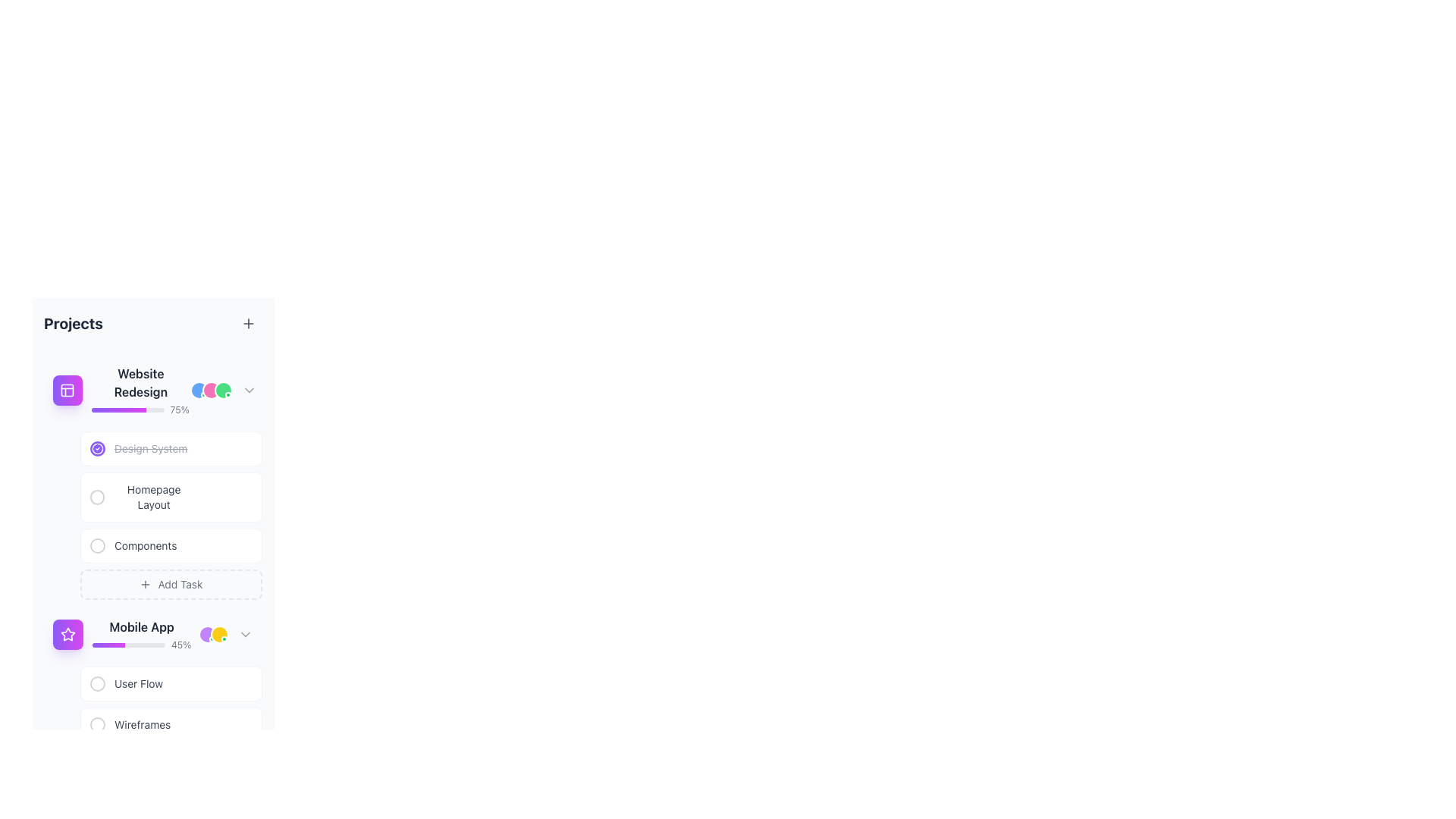 The width and height of the screenshot is (1456, 819). What do you see at coordinates (97, 546) in the screenshot?
I see `the circular button or selector located to the left of the 'Components' text in the 'Website Redesign' section of the 'Projects' sidebar` at bounding box center [97, 546].